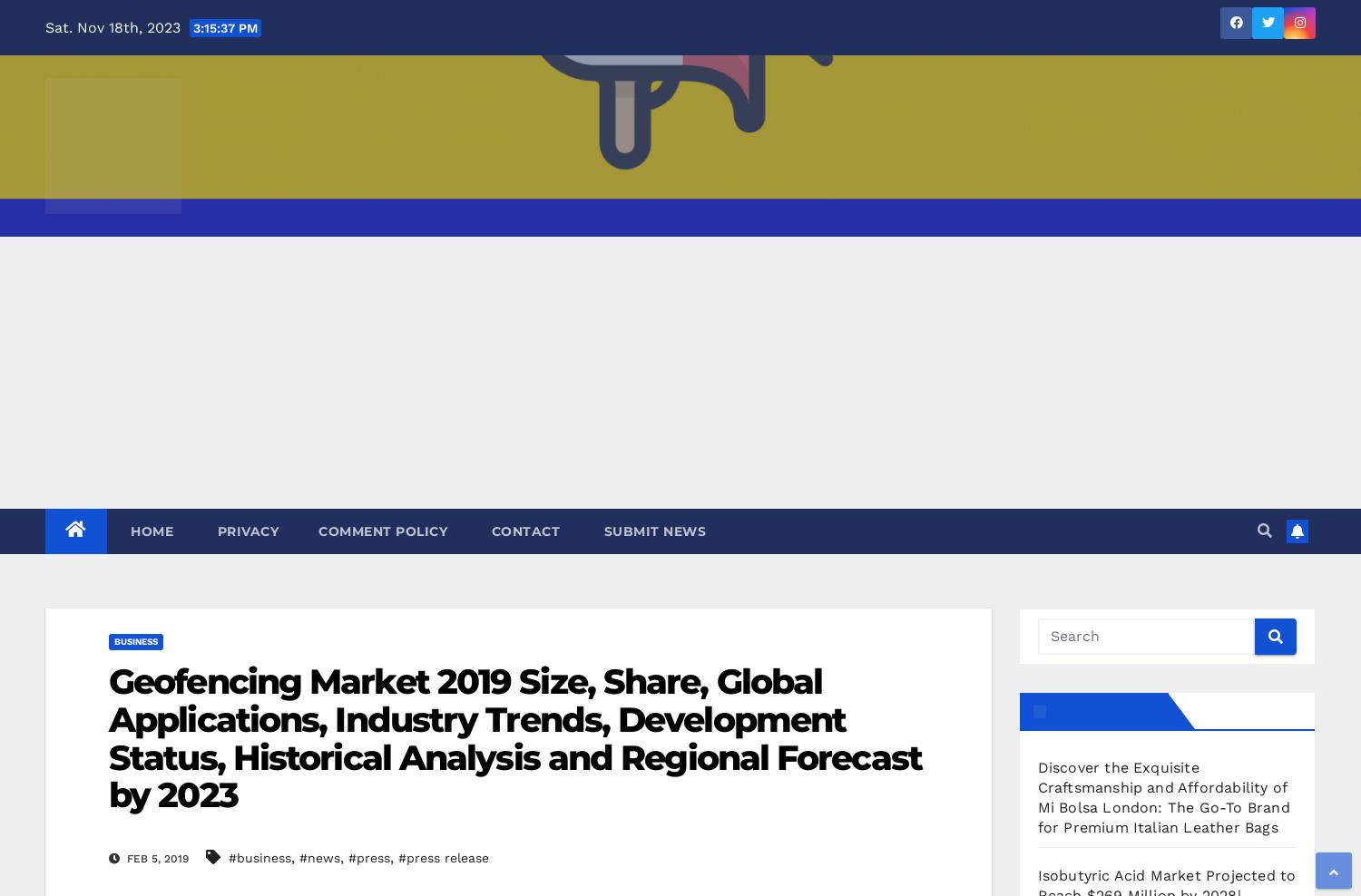 This screenshot has height=896, width=1361. I want to click on 'Submit News', so click(651, 531).